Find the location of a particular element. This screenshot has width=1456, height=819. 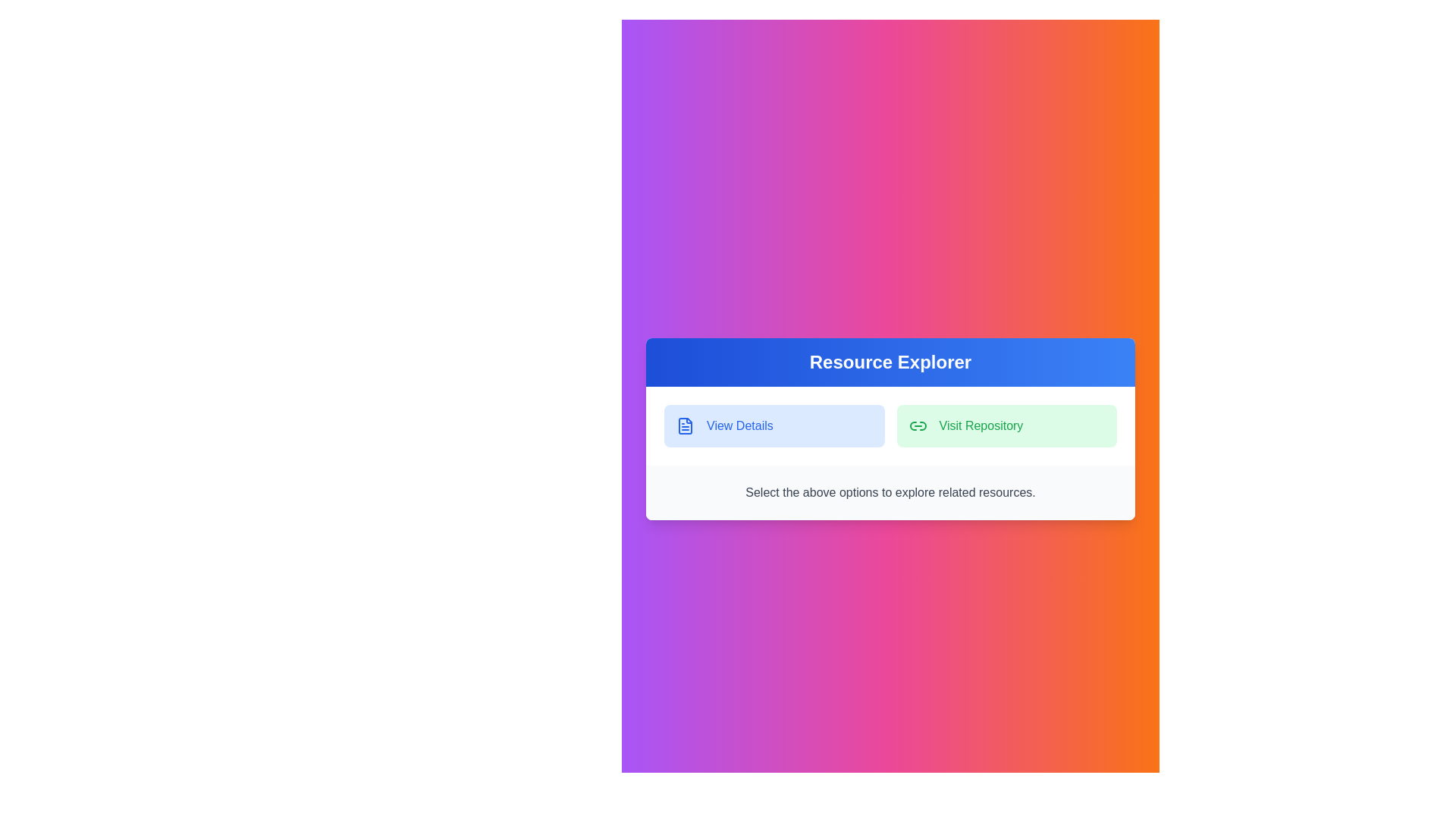

the decorative icon for the 'Visit Repository' action located within the interactive button in the second position under the 'Resource Explorer' title is located at coordinates (917, 426).